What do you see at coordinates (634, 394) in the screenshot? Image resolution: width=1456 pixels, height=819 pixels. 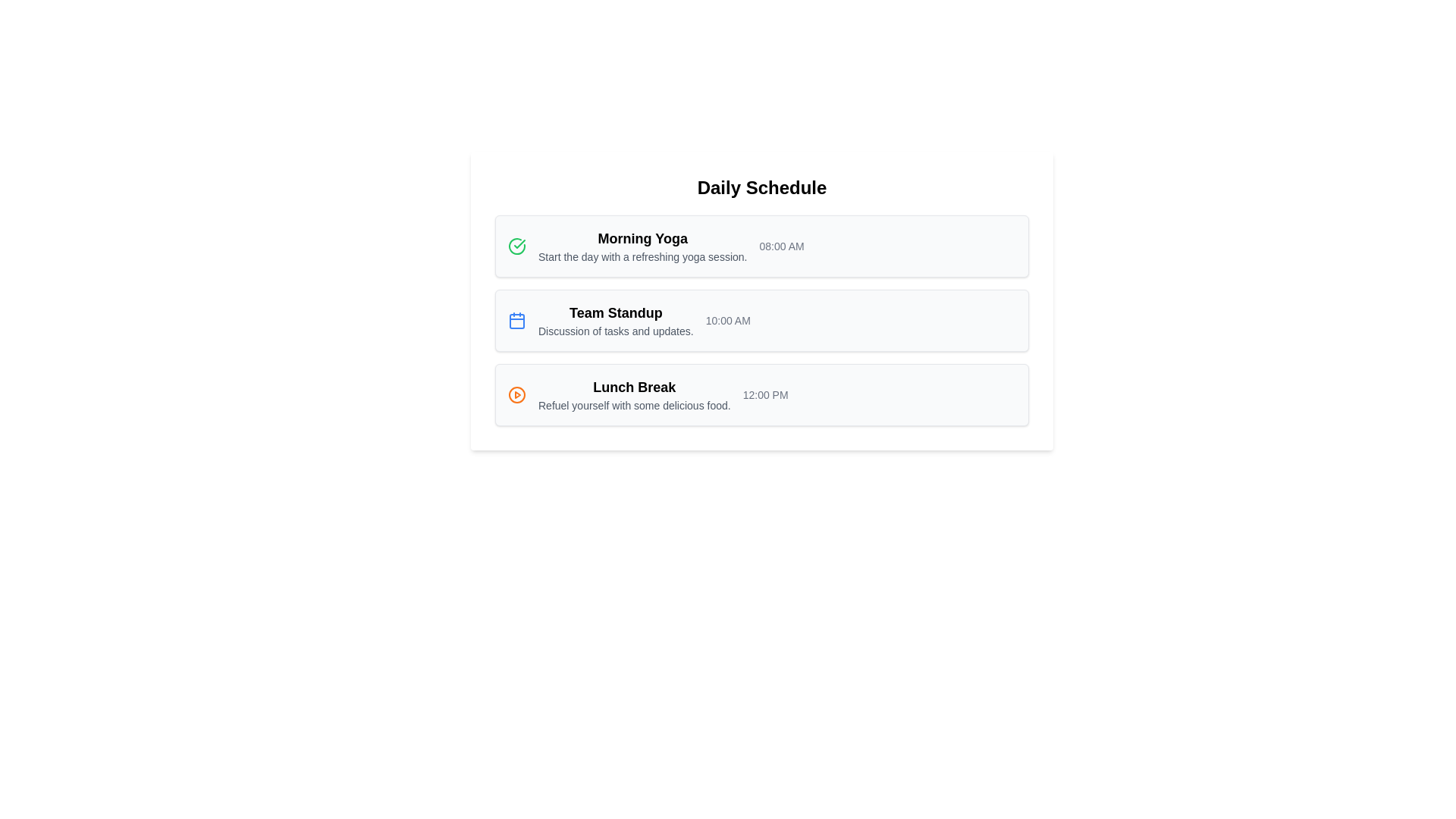 I see `the third entry in the daily schedule, titled 'Lunch Break'` at bounding box center [634, 394].